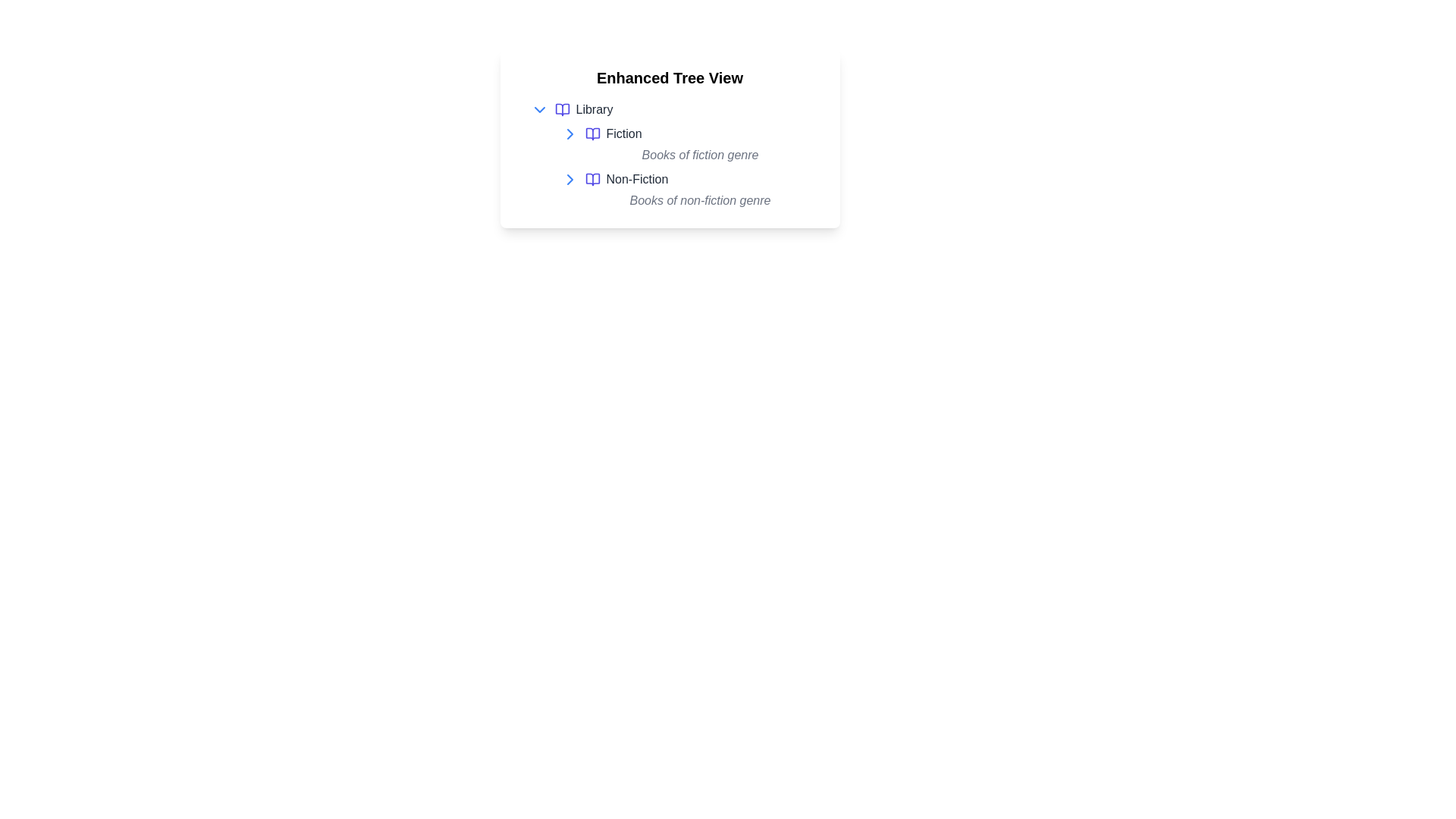 The width and height of the screenshot is (1456, 819). I want to click on the 'Fiction' text label with an open book icon, which is a sub-item under the 'Library' section in the tree-view structure, so click(613, 133).